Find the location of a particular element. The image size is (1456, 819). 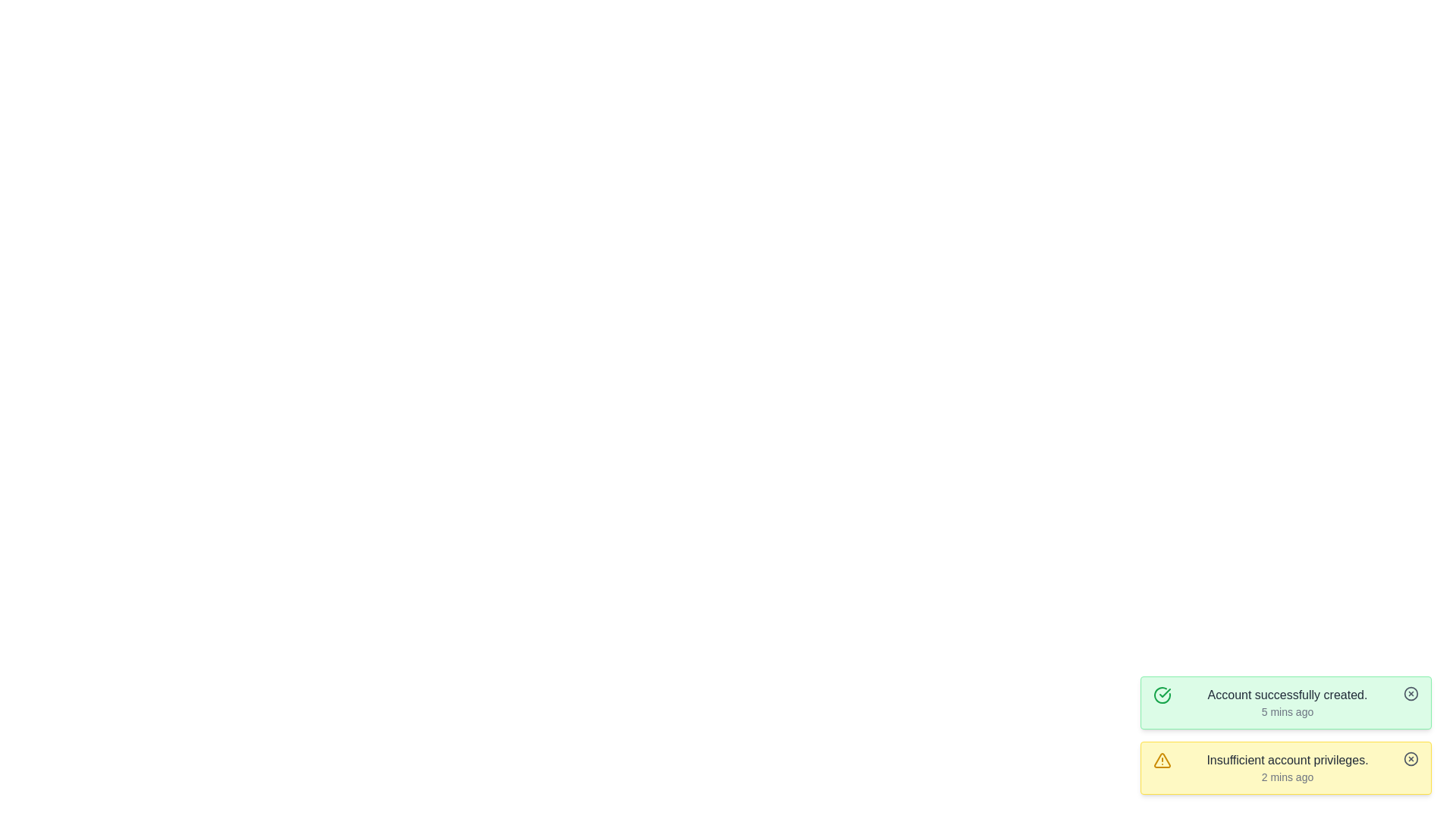

the text label that indicates the timing of the notification, positioned beneath 'Insufficient account privileges.' in a yellow notification box is located at coordinates (1287, 777).